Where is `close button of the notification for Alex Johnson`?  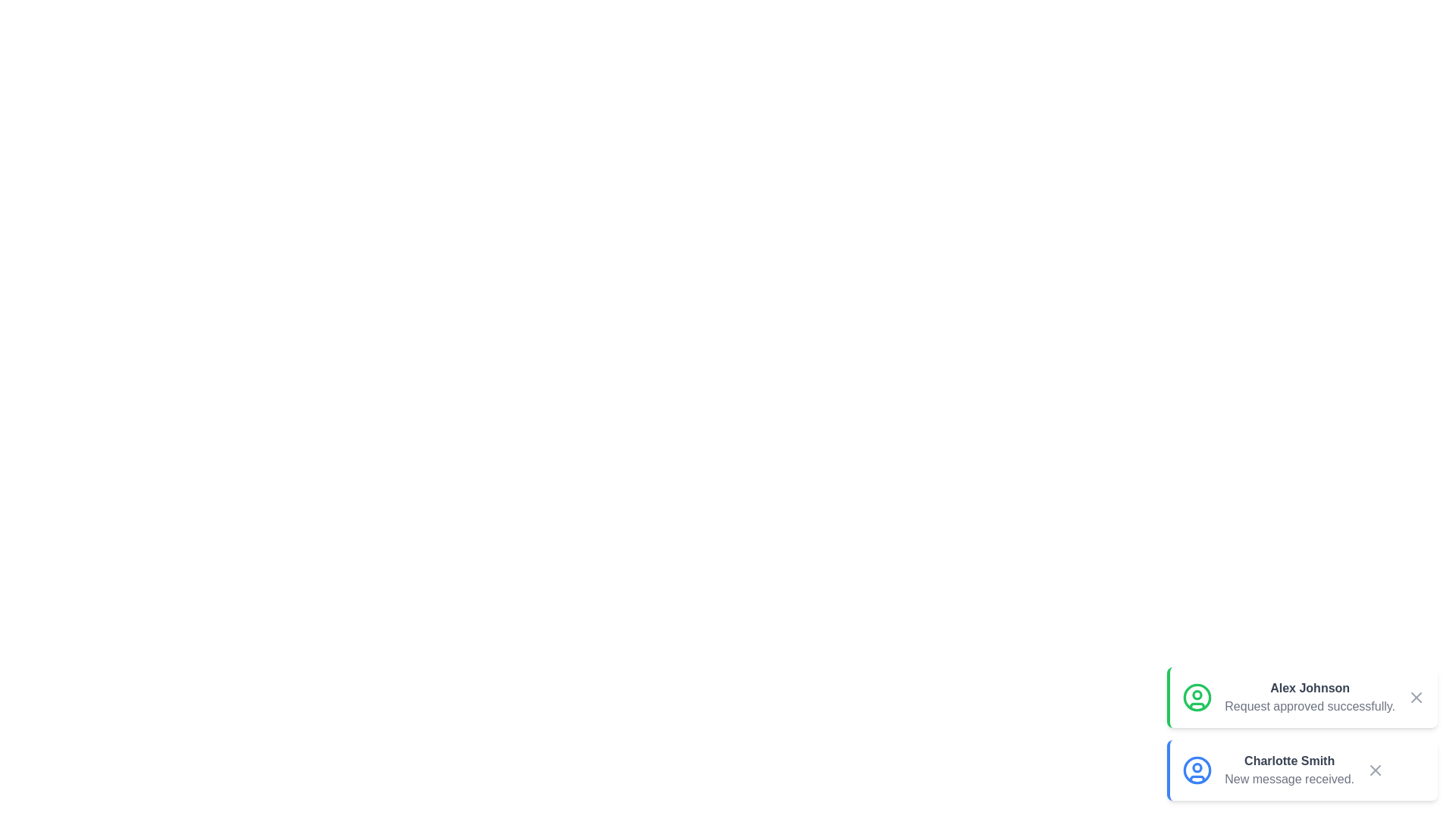
close button of the notification for Alex Johnson is located at coordinates (1415, 698).